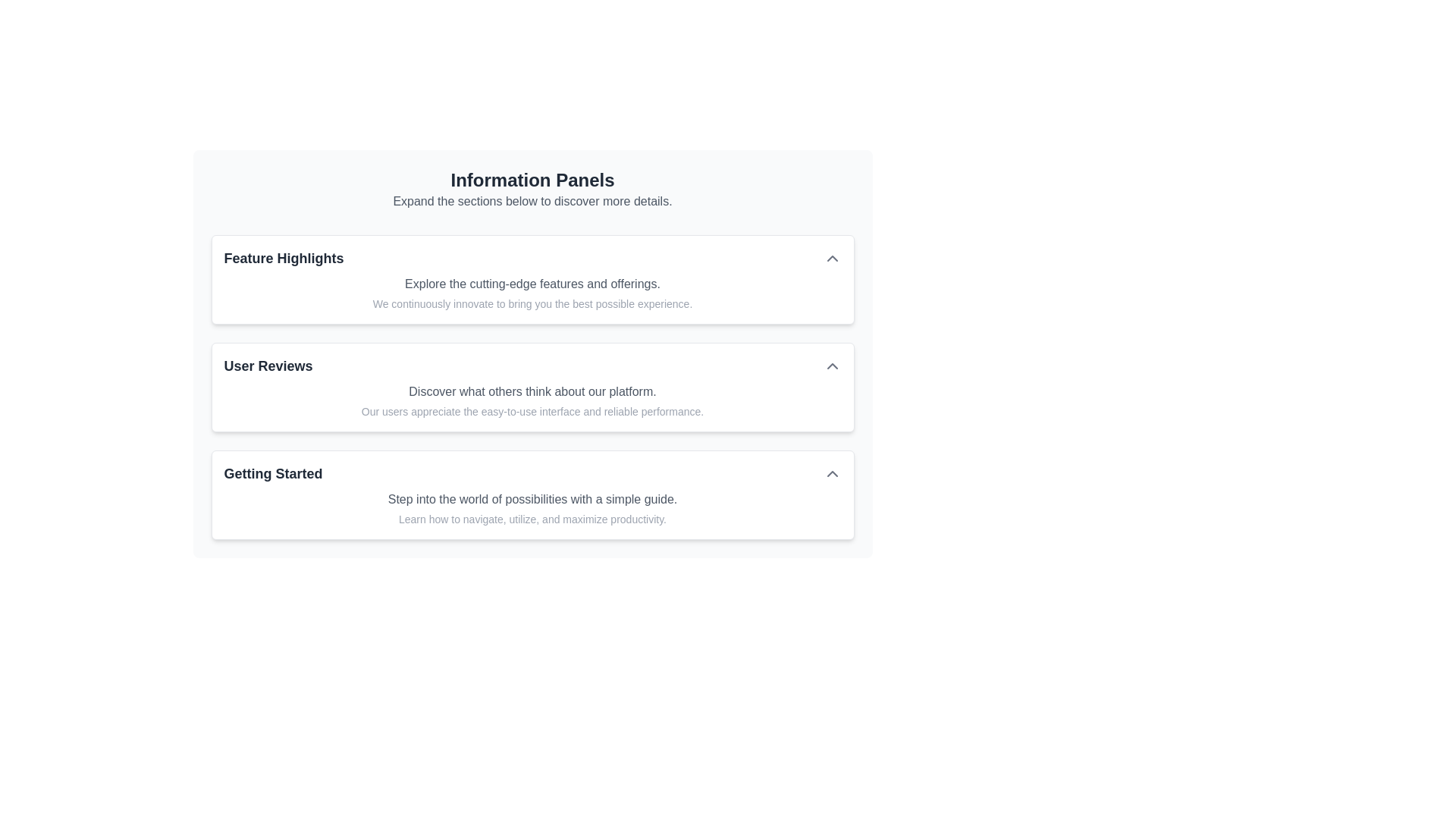  What do you see at coordinates (831, 366) in the screenshot?
I see `the Chevron-Up icon located on the right-hand side of the 'User Reviews' header bar` at bounding box center [831, 366].